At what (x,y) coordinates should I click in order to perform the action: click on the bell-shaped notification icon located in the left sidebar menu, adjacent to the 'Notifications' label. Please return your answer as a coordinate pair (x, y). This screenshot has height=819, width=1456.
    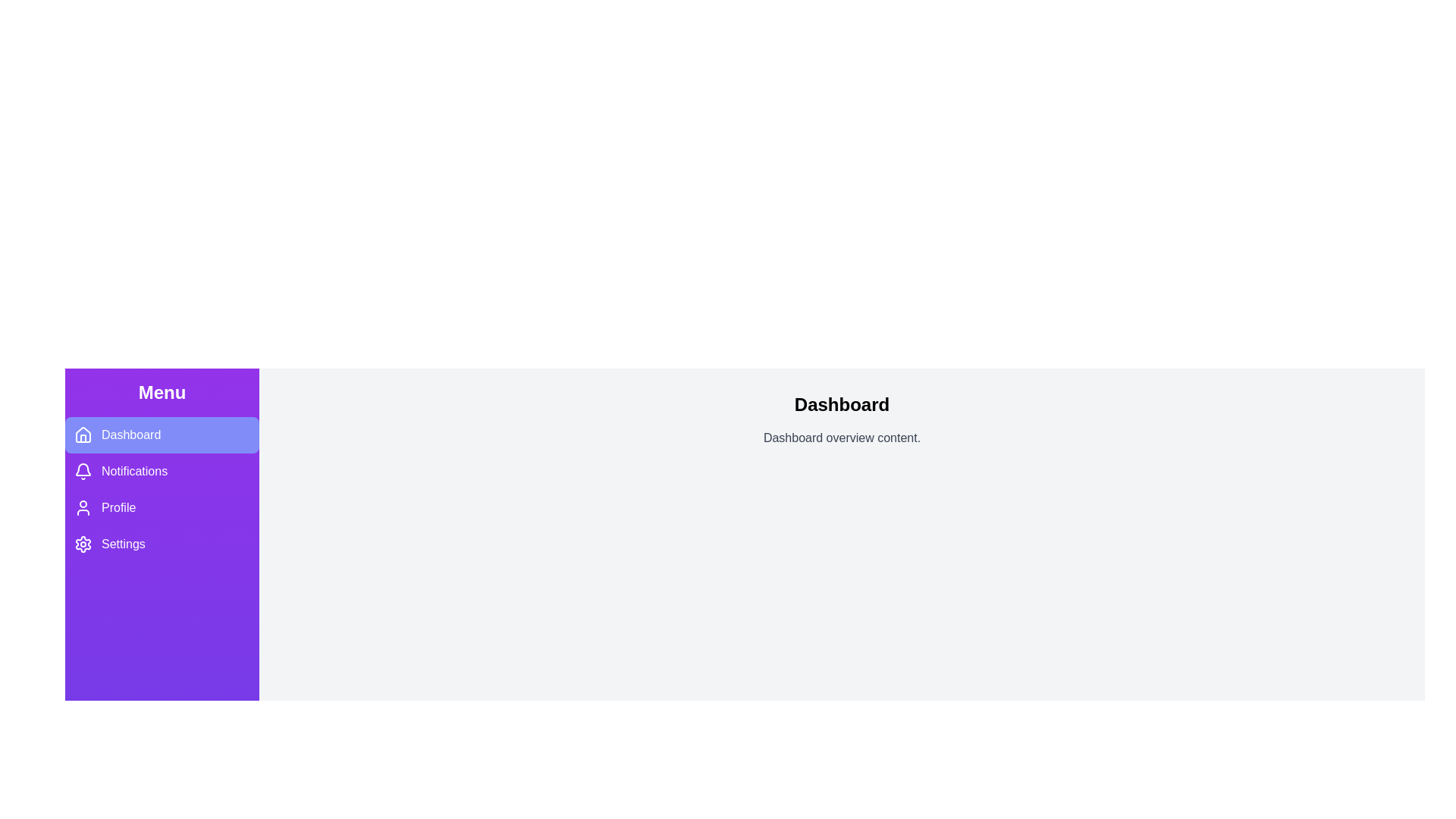
    Looking at the image, I should click on (83, 469).